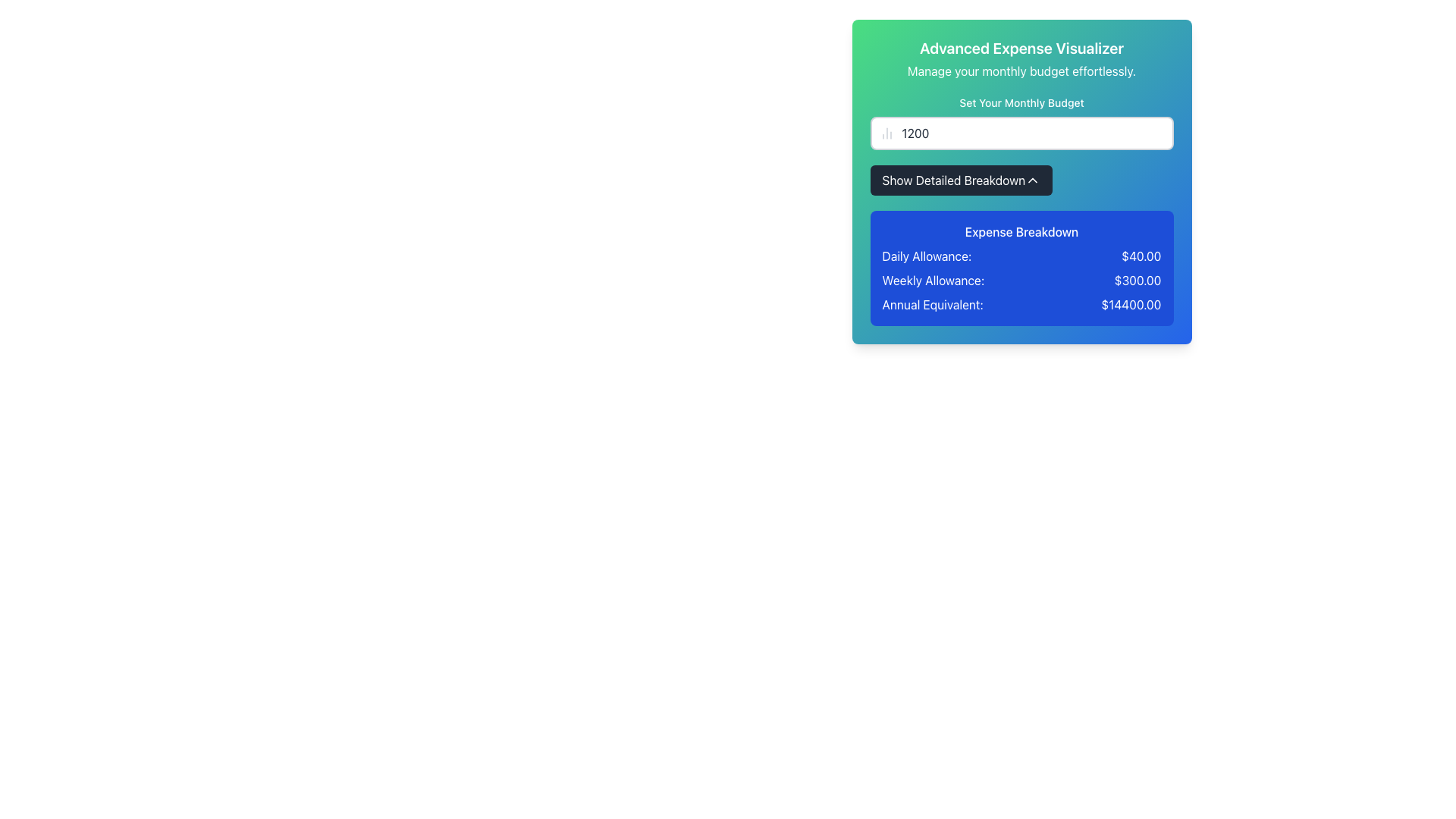 Image resolution: width=1456 pixels, height=819 pixels. I want to click on the text display showing the value '$40.00' in bold white font on a blue background, located in the 'Expense Breakdown' section, aligned with 'Daily Allowance:', so click(1141, 256).